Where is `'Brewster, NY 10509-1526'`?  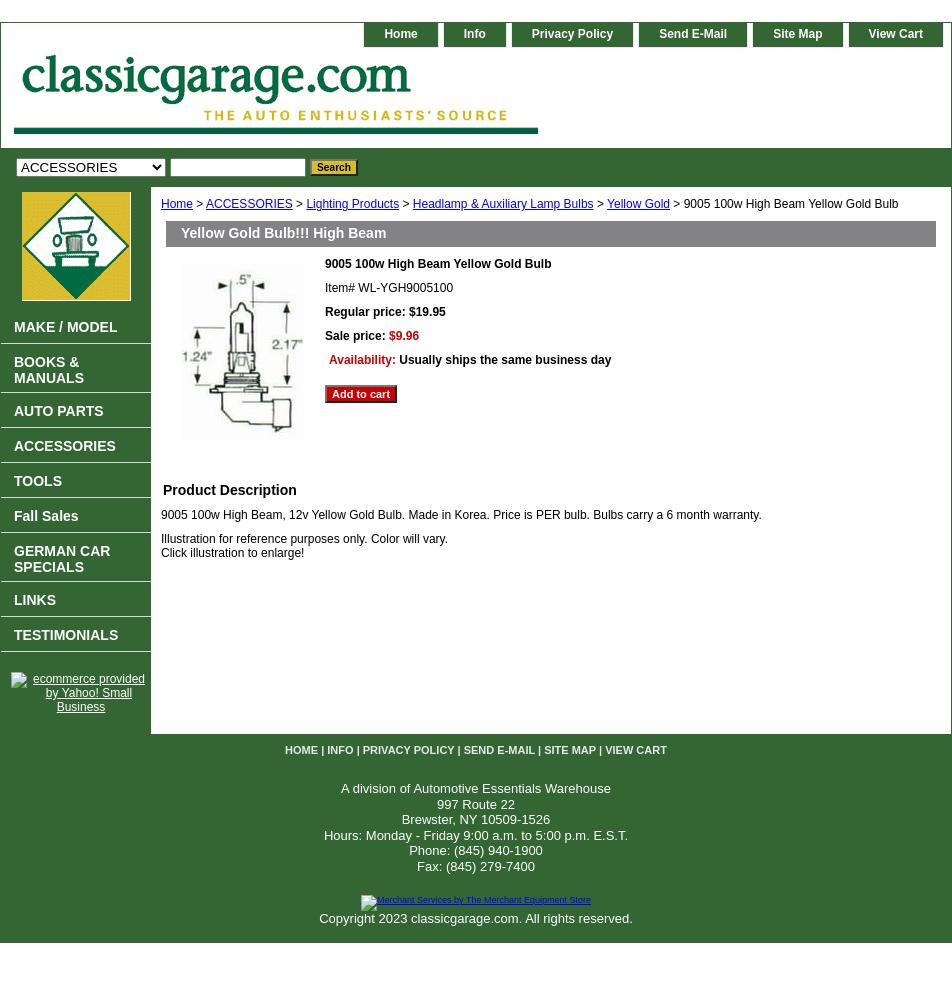
'Brewster, NY 10509-1526' is located at coordinates (400, 818).